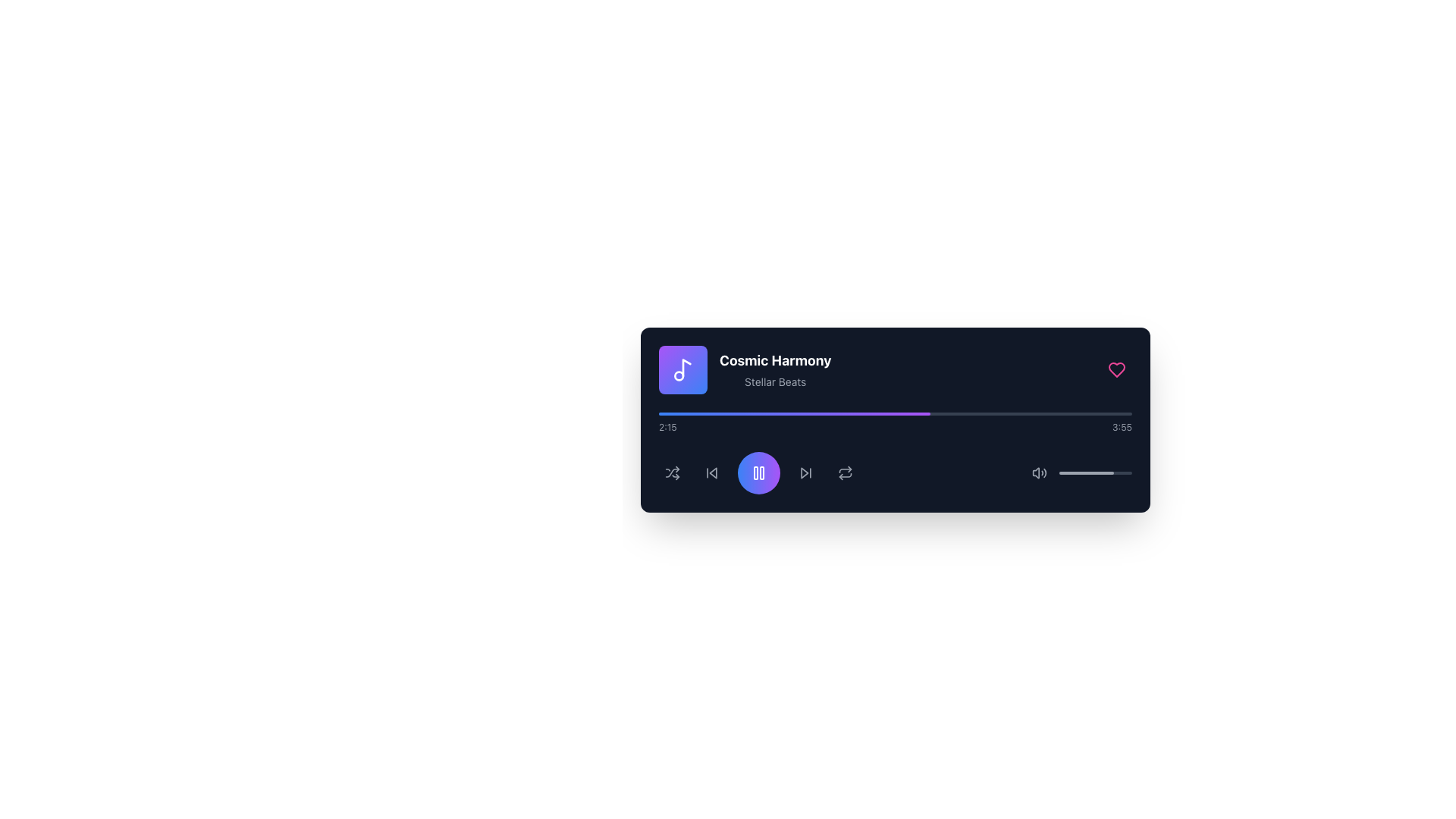 This screenshot has width=1456, height=819. I want to click on playback time, so click(767, 414).